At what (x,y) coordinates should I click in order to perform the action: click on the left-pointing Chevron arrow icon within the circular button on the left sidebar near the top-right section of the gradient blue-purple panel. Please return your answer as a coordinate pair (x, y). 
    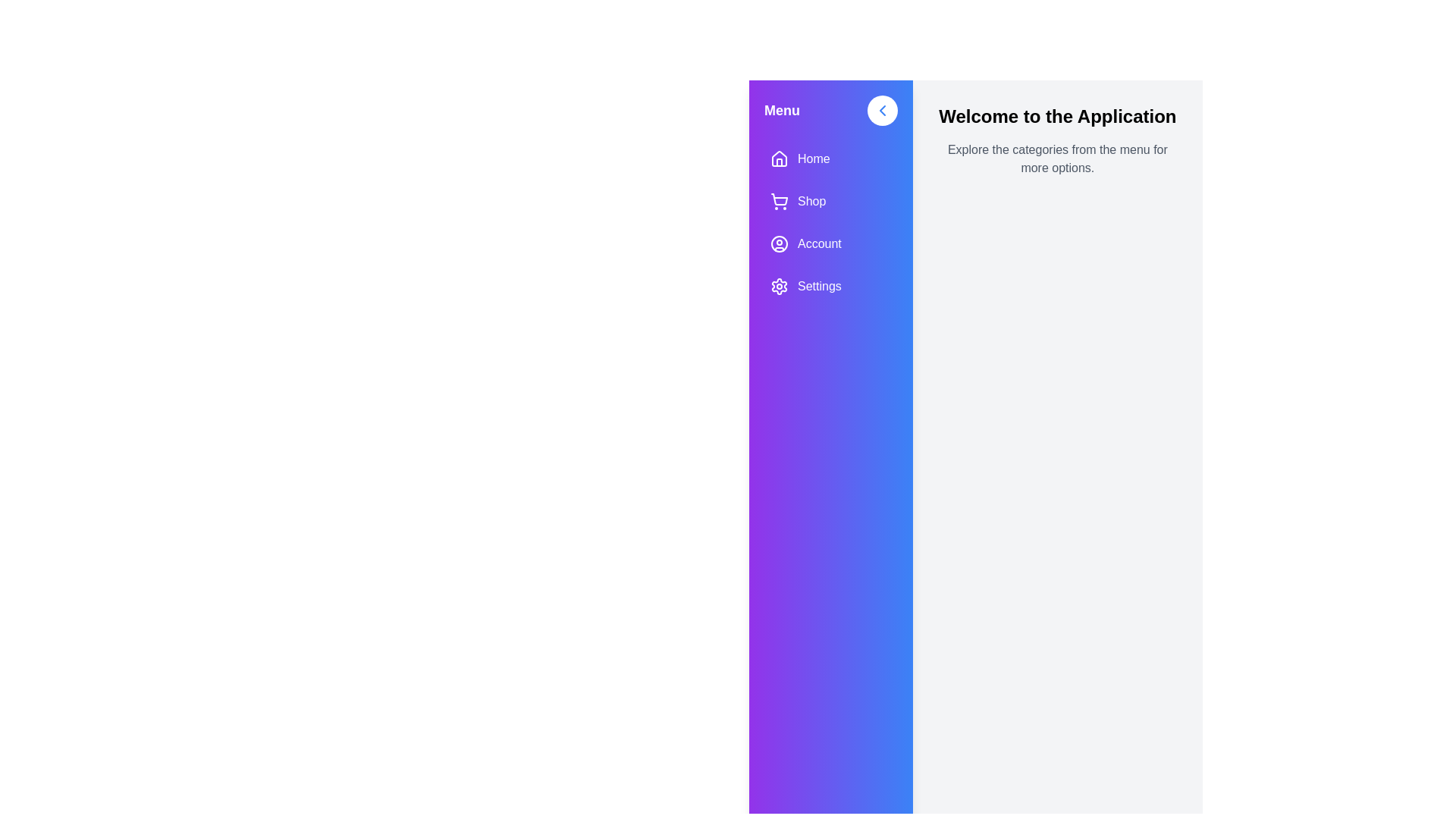
    Looking at the image, I should click on (882, 110).